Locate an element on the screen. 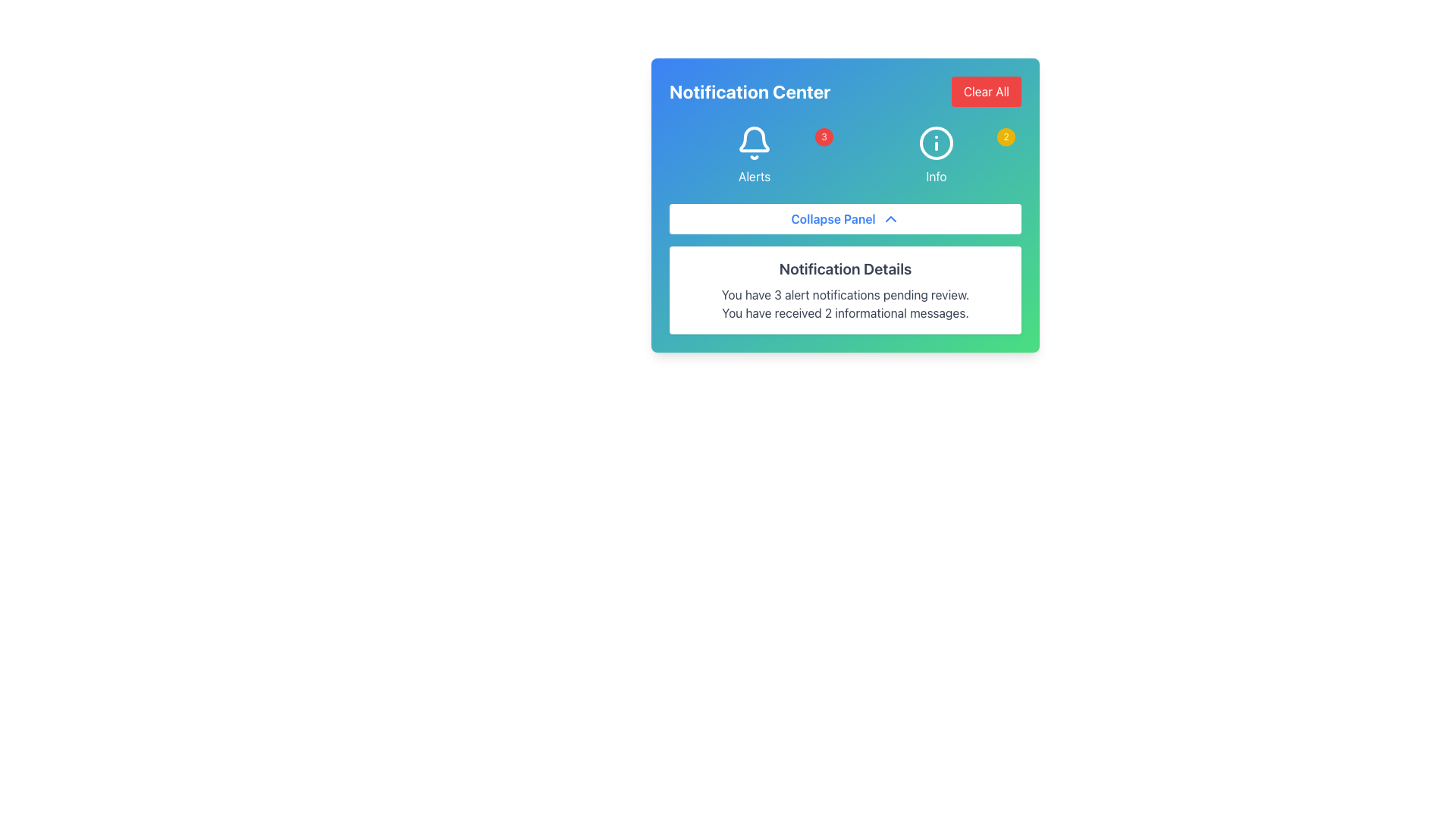 The height and width of the screenshot is (819, 1456). text content of the notification box with a white background and shadow, containing the header 'Notification Details' and two lines of smaller text about alert notifications and informational messages is located at coordinates (844, 290).